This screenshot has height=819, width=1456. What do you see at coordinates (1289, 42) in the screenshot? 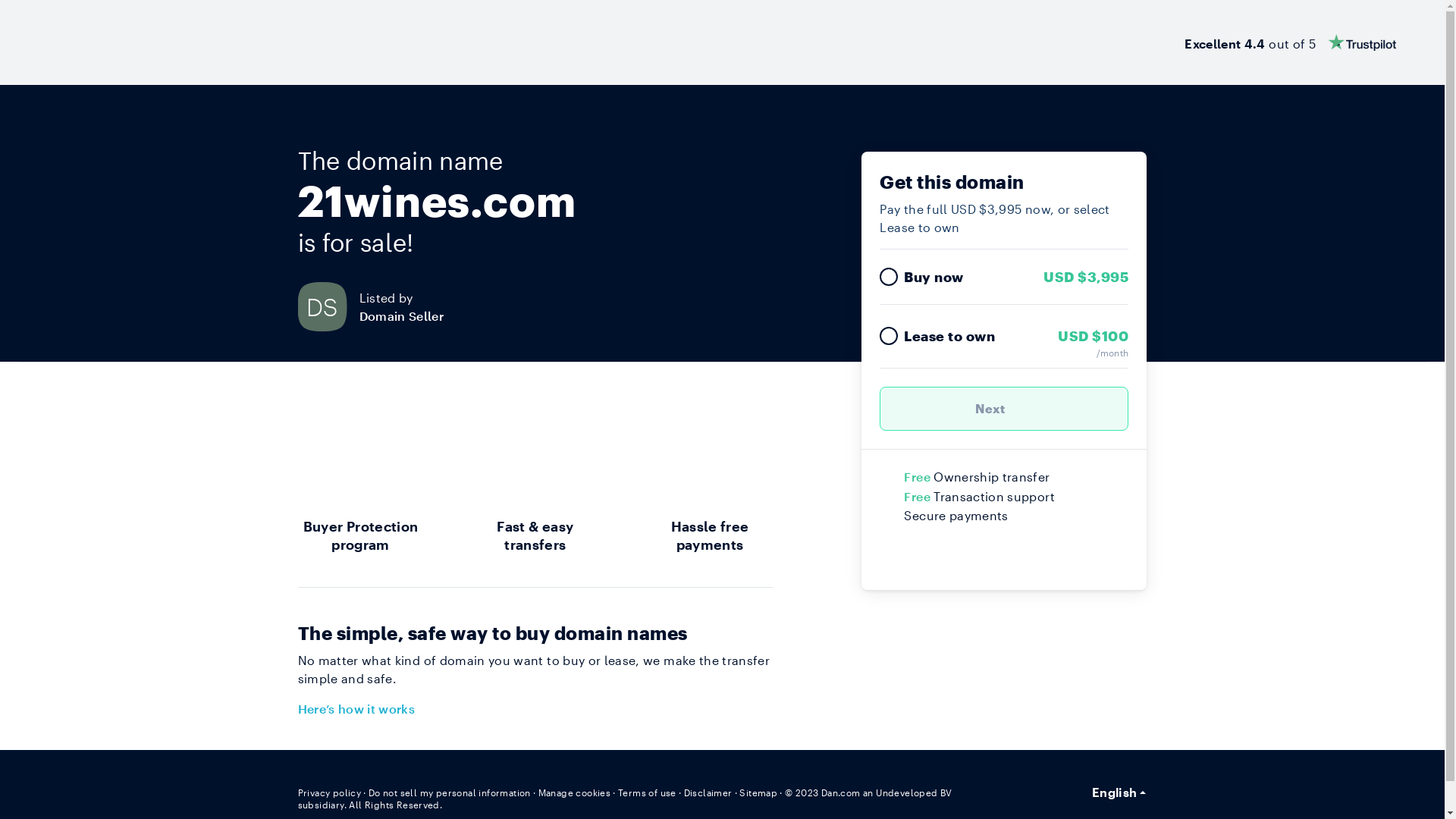
I see `'Excellent 4.4 out of 5'` at bounding box center [1289, 42].